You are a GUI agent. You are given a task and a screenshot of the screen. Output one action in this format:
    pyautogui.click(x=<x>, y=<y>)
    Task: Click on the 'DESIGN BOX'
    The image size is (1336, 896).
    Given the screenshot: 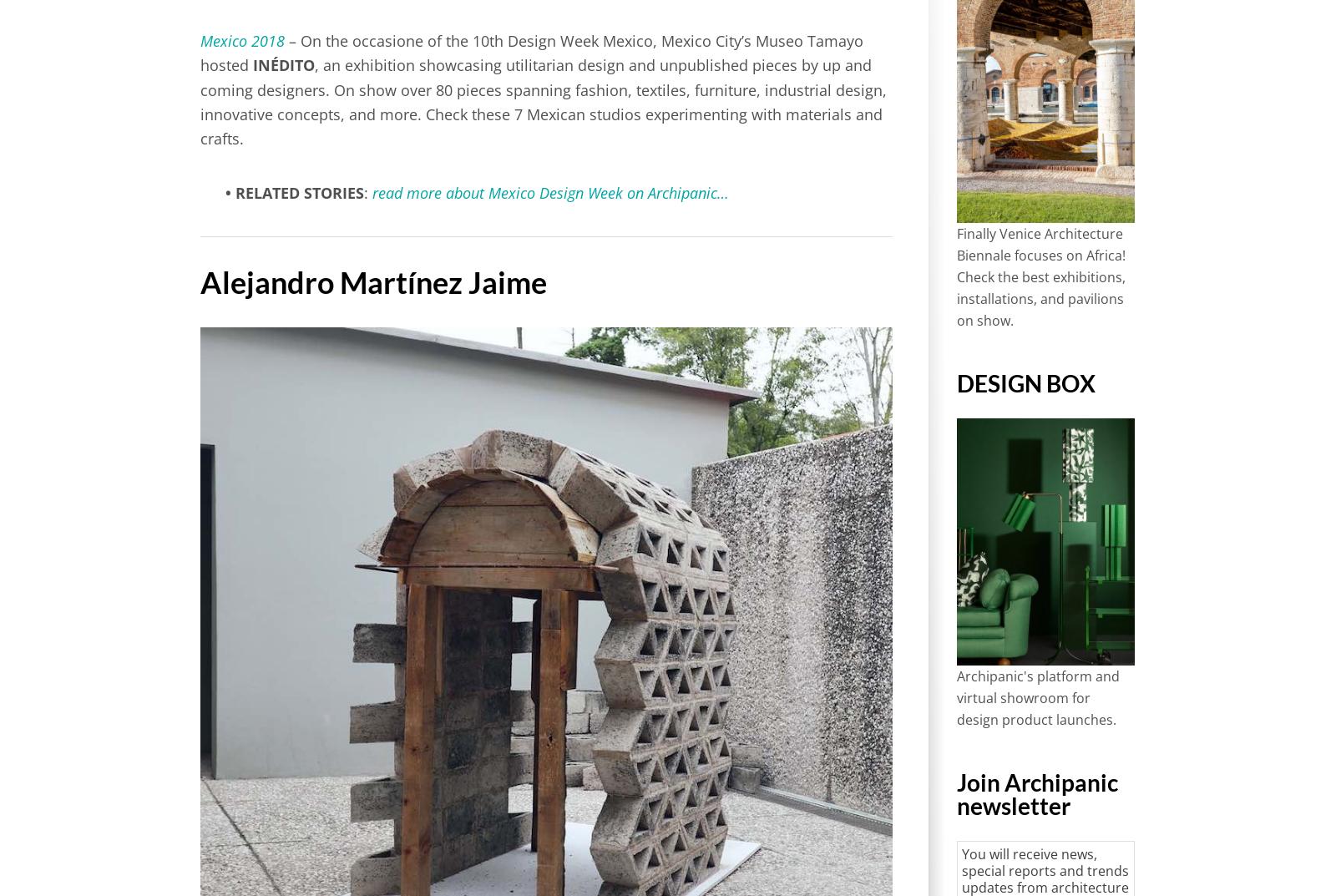 What is the action you would take?
    pyautogui.click(x=1025, y=382)
    